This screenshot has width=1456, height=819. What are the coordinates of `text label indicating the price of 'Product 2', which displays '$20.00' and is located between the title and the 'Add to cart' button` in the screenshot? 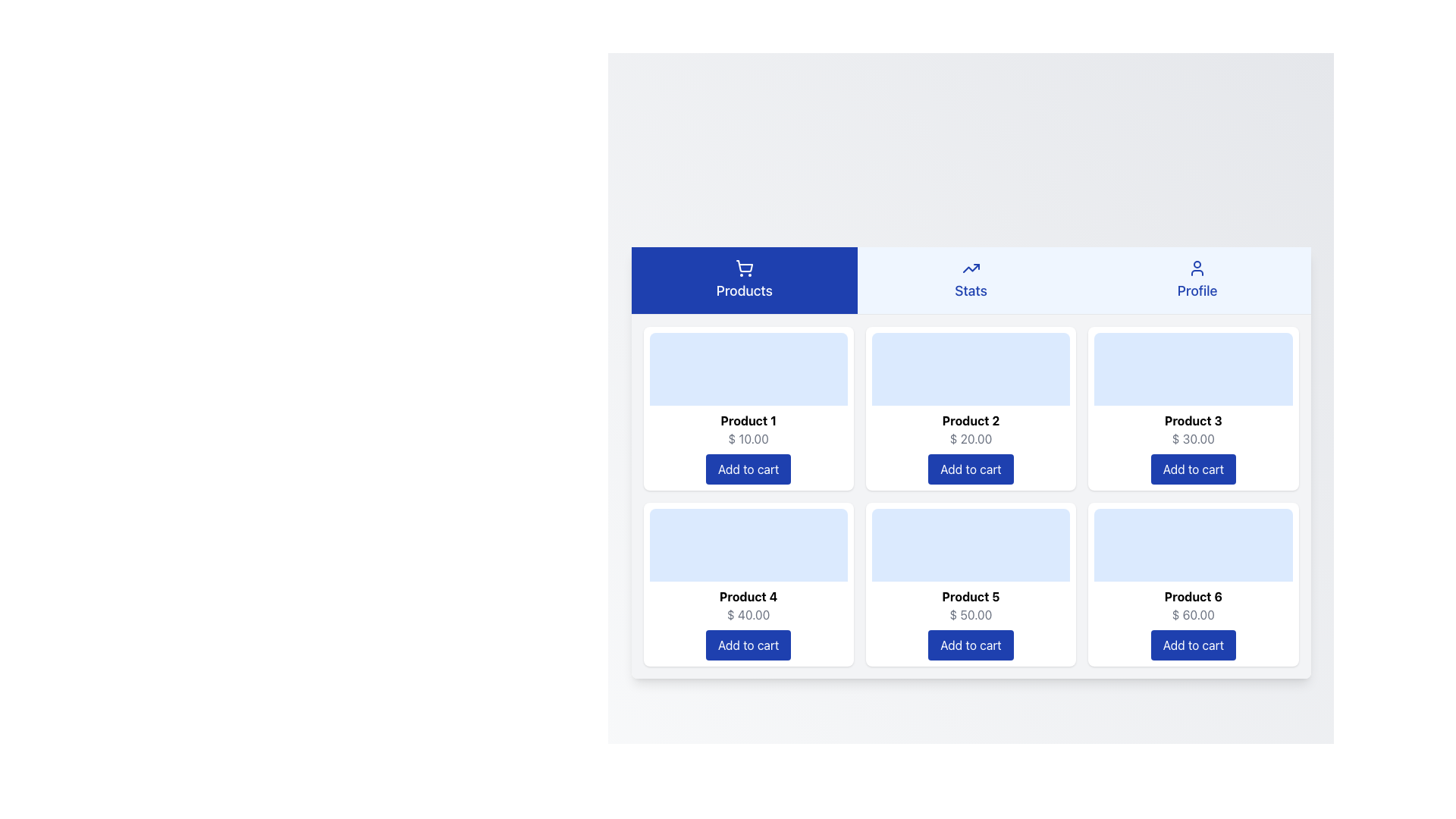 It's located at (971, 438).